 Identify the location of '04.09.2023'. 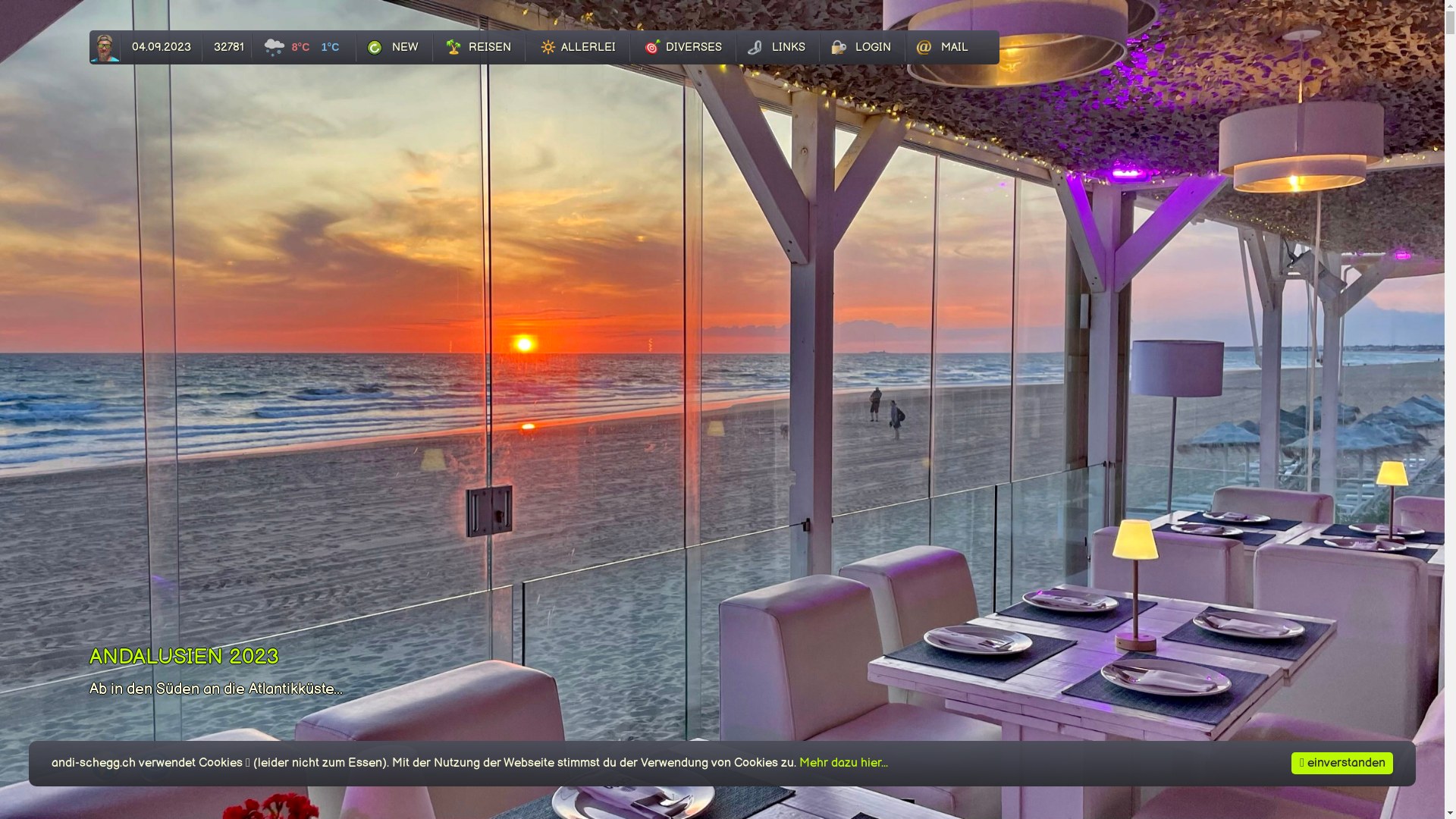
(161, 46).